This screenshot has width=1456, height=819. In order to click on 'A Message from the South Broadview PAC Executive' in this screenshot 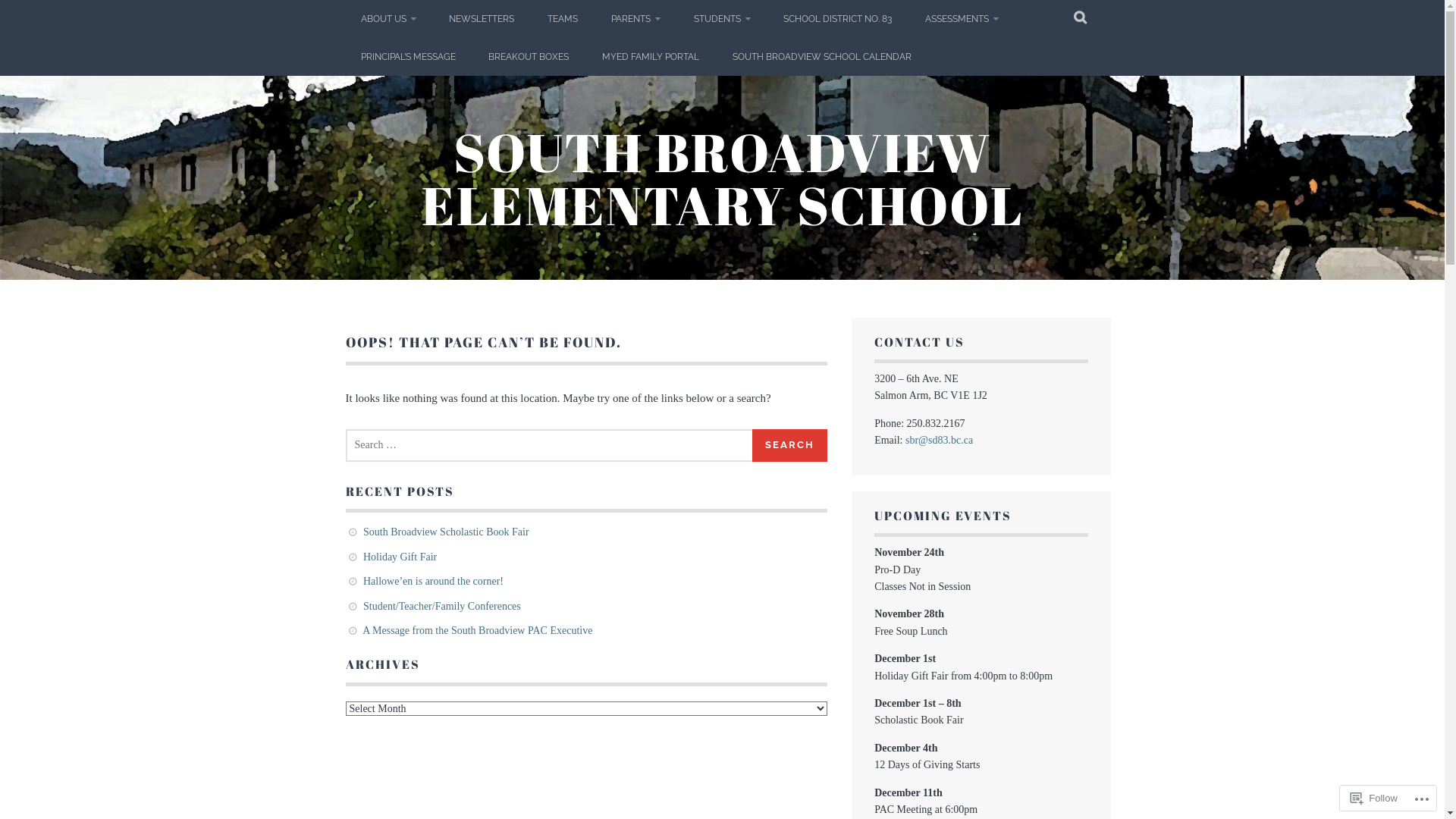, I will do `click(476, 630)`.